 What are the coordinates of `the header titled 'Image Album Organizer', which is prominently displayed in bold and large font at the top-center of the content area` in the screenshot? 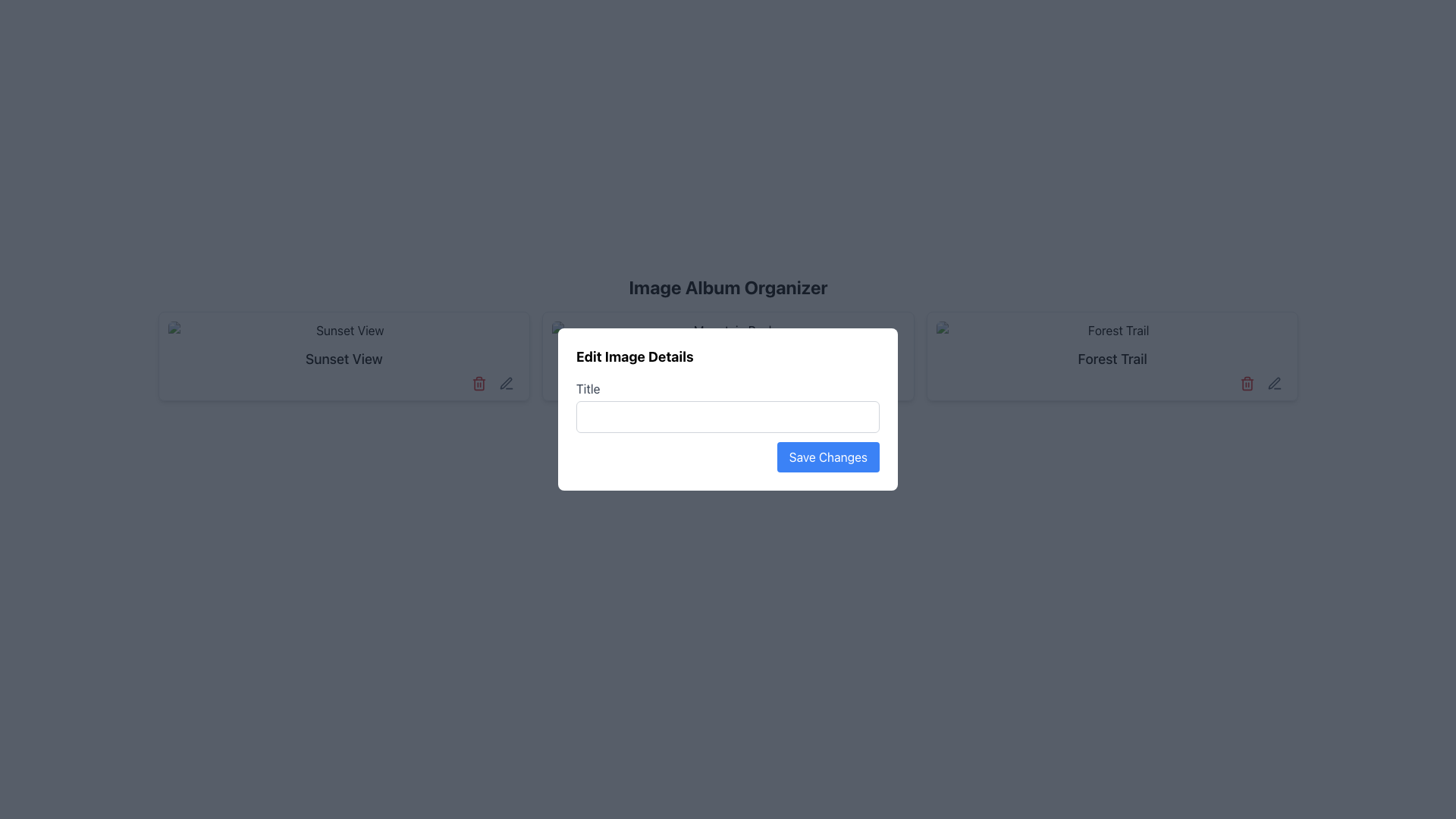 It's located at (728, 287).